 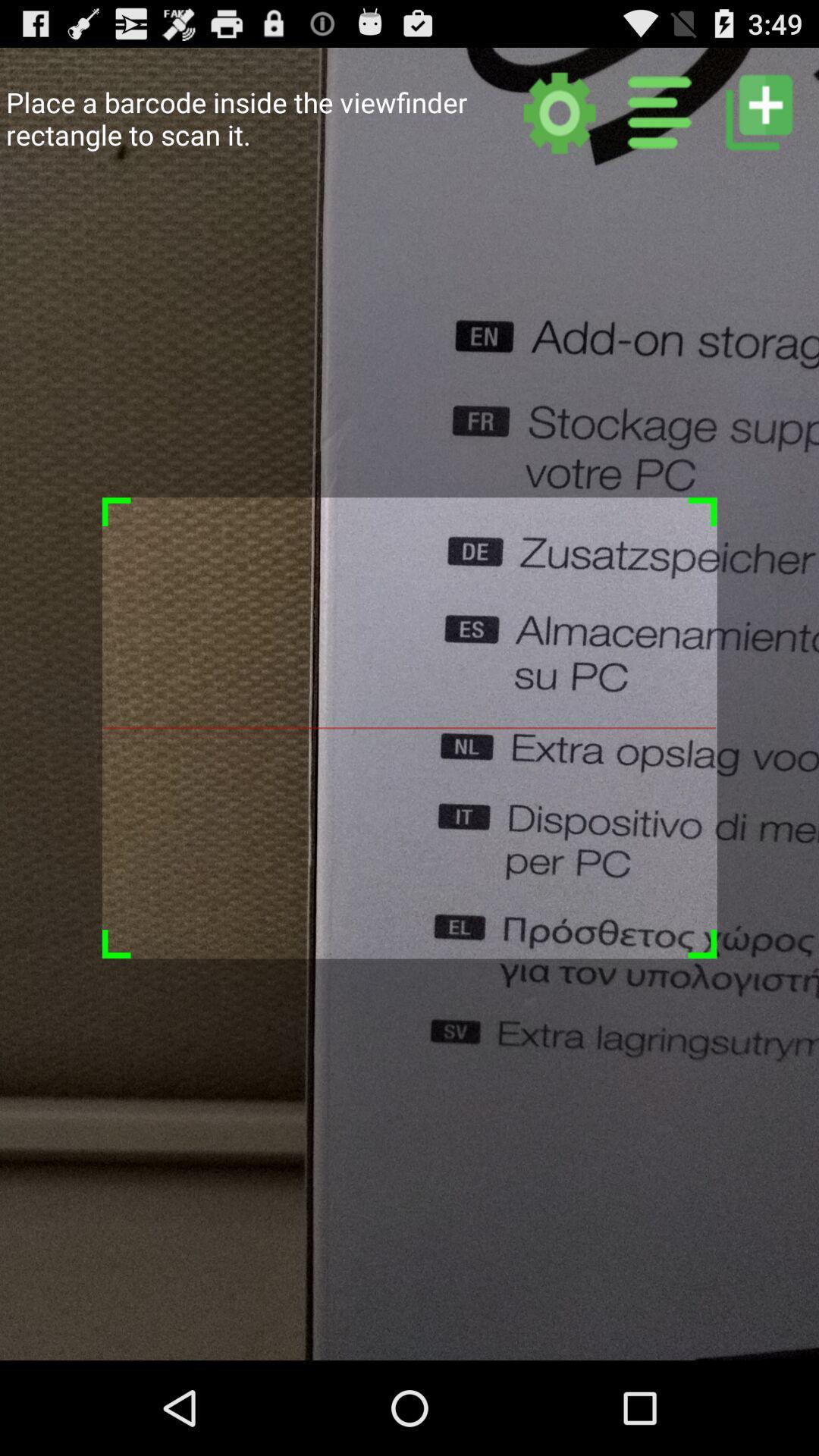 I want to click on barcode scanner settings, so click(x=560, y=111).